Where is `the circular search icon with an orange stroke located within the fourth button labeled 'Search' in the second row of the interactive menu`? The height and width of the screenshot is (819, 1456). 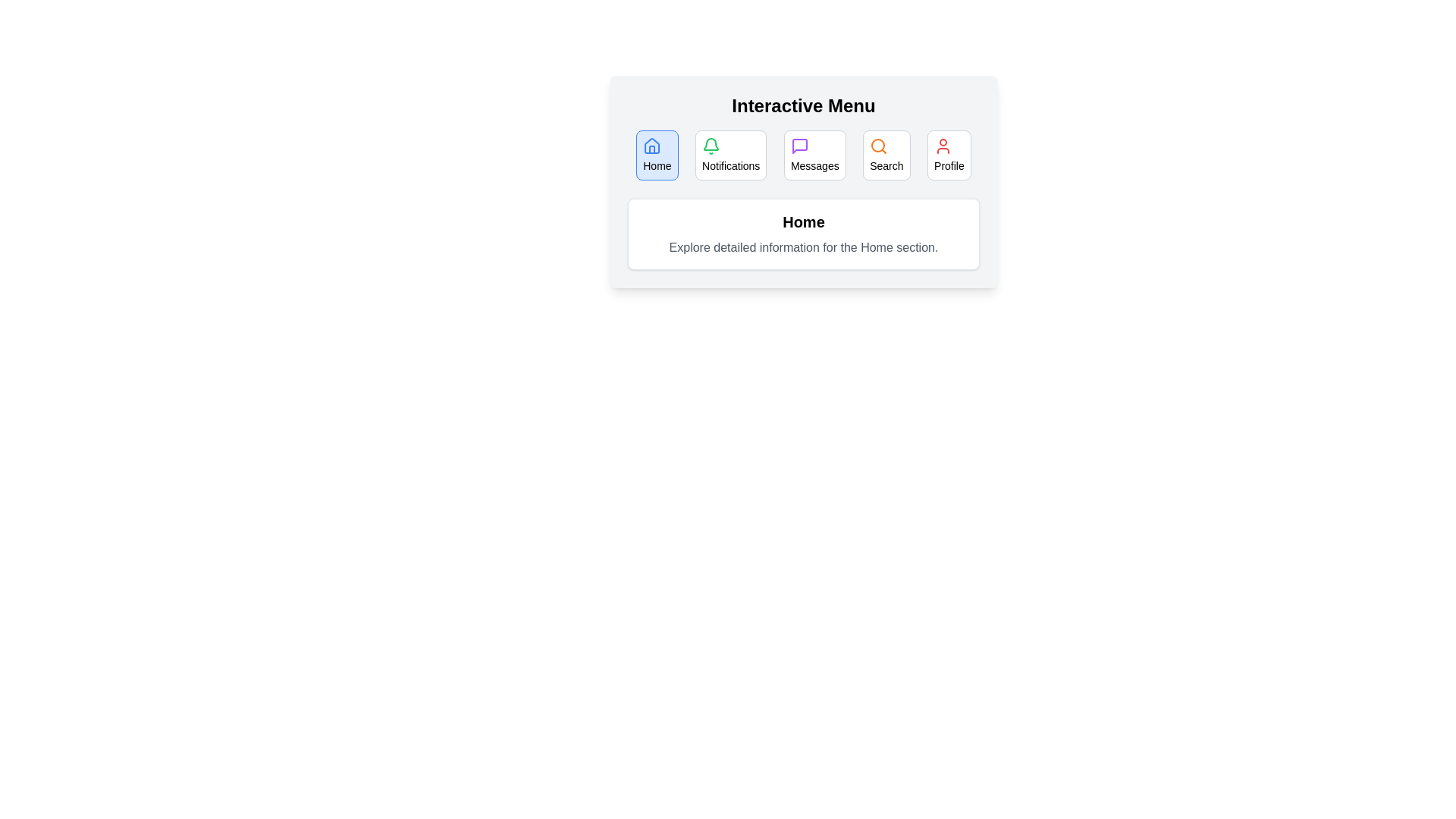
the circular search icon with an orange stroke located within the fourth button labeled 'Search' in the second row of the interactive menu is located at coordinates (879, 146).